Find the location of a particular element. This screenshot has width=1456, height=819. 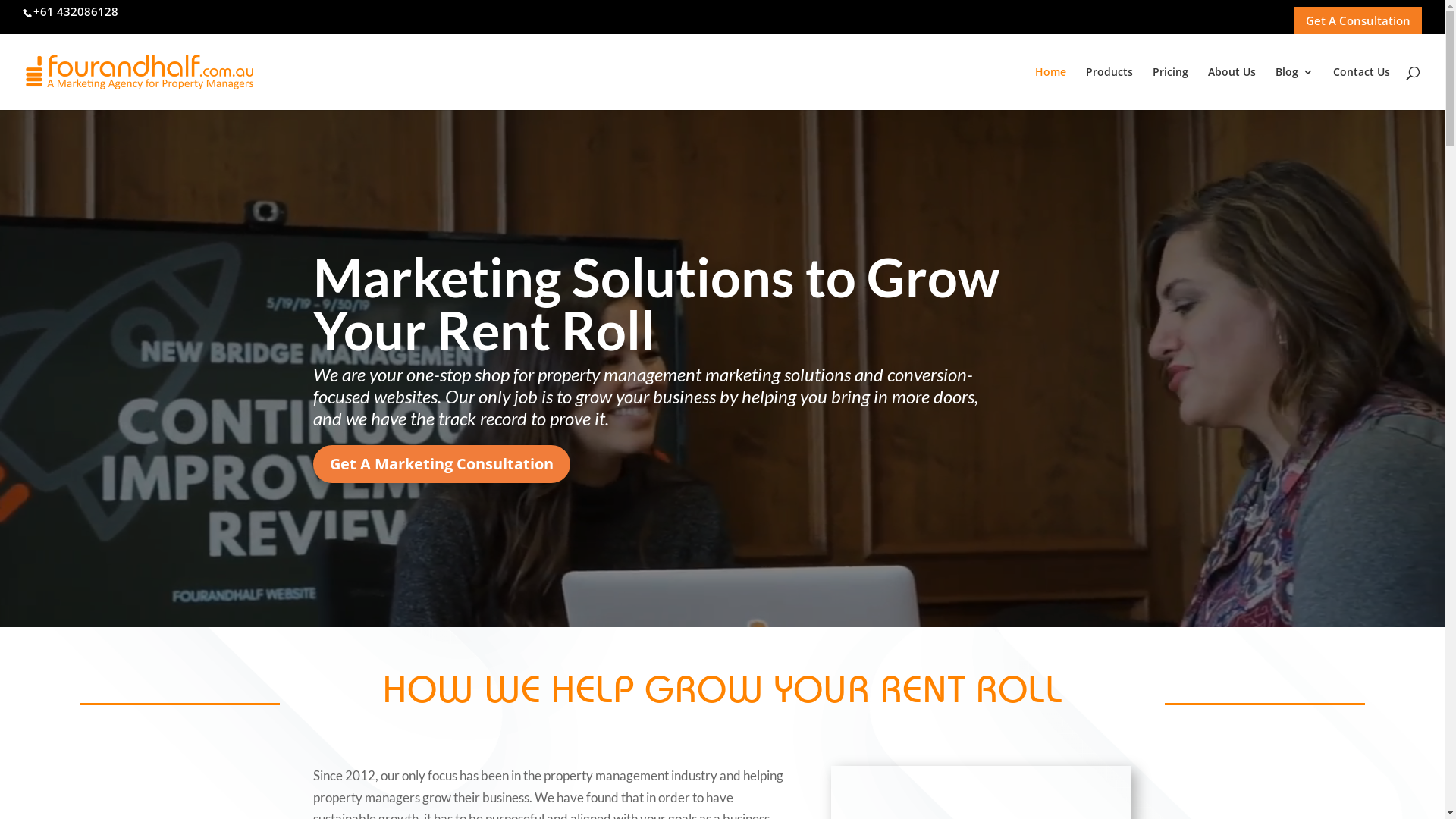

'Contact Us' is located at coordinates (1361, 88).